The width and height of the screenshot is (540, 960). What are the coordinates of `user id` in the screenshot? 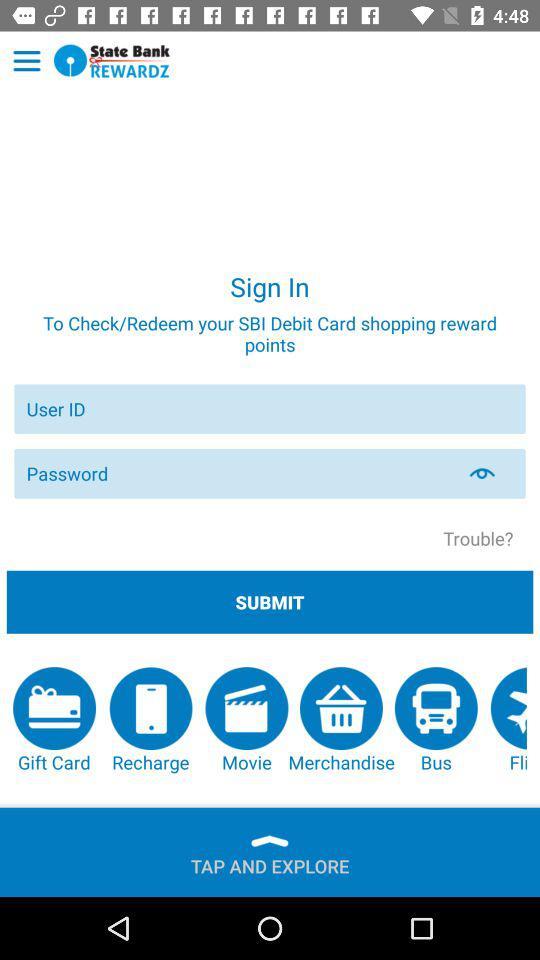 It's located at (270, 408).